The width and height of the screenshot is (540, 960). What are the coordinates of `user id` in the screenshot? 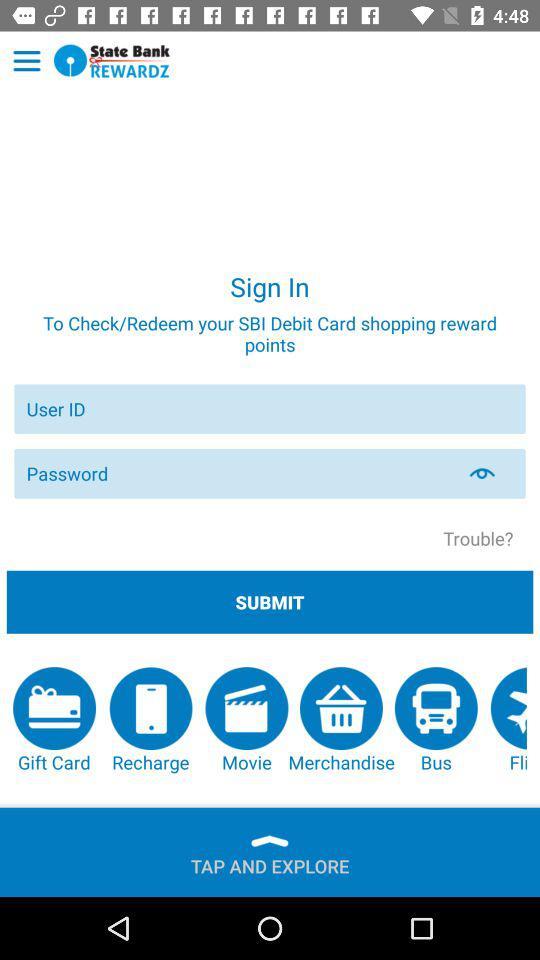 It's located at (270, 408).